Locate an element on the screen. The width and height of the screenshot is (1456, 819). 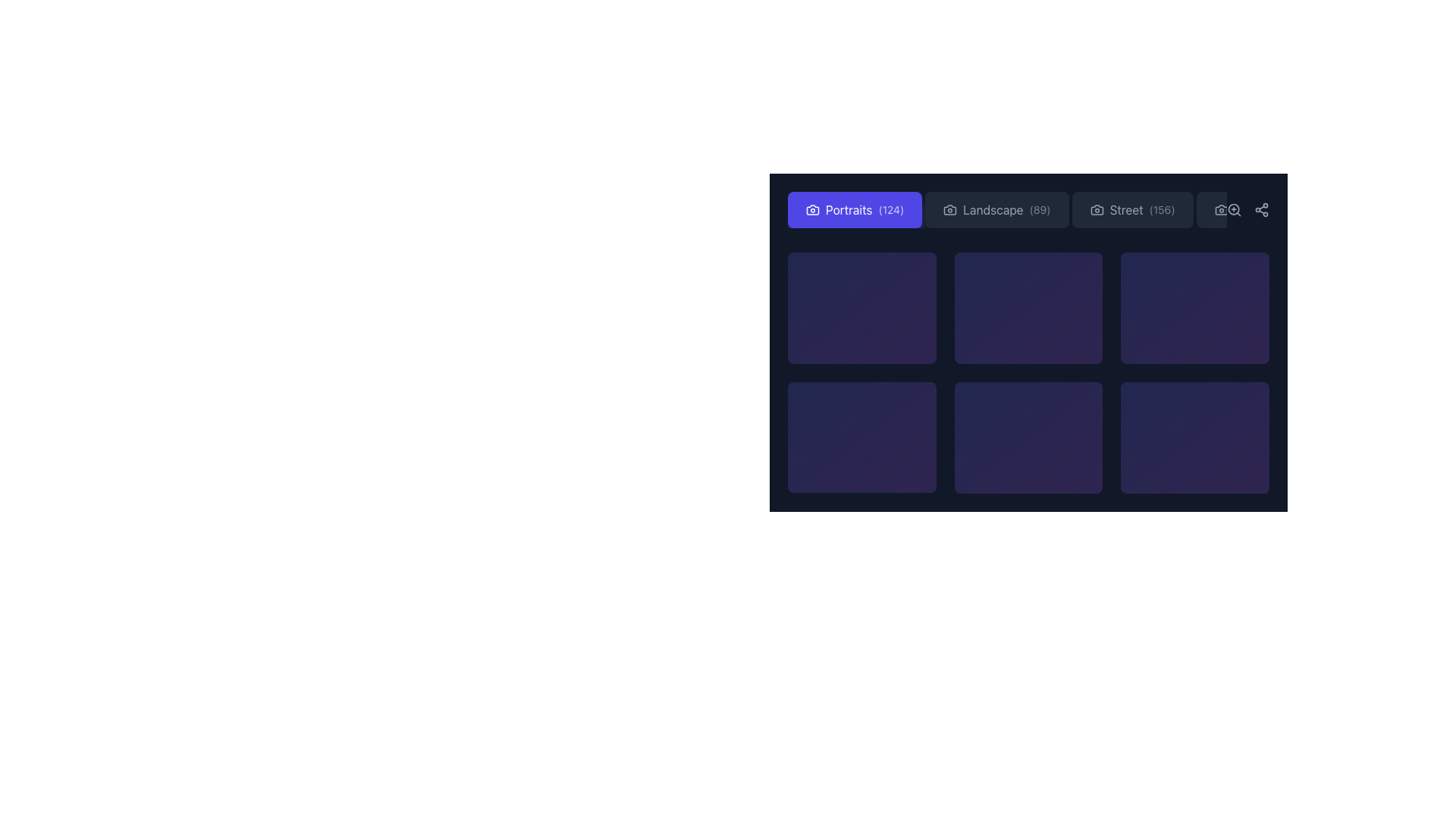
the text label displaying '(156)', which is located to the right of 'Street' in the navigation menu is located at coordinates (1161, 210).